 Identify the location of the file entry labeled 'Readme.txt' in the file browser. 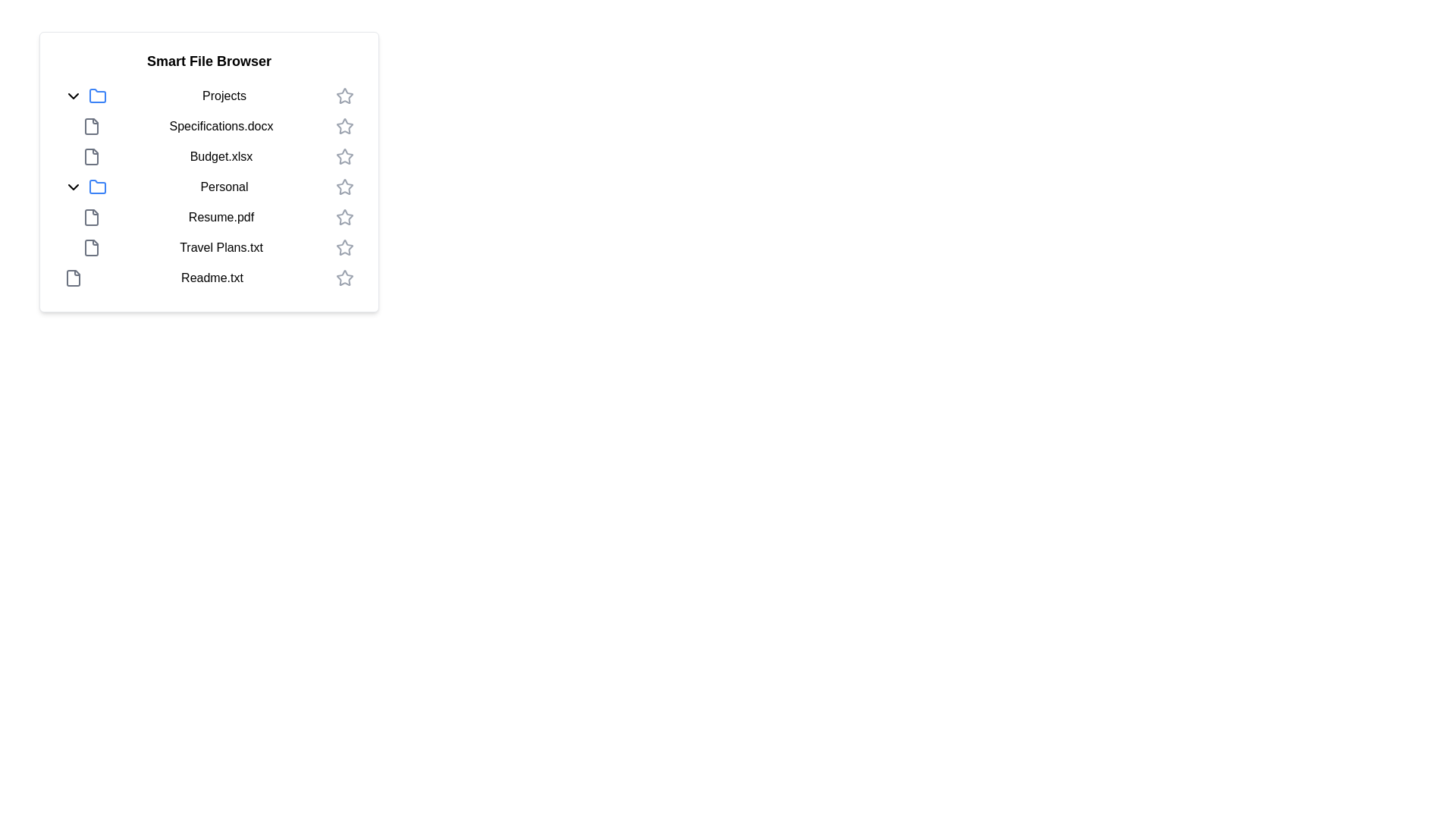
(208, 278).